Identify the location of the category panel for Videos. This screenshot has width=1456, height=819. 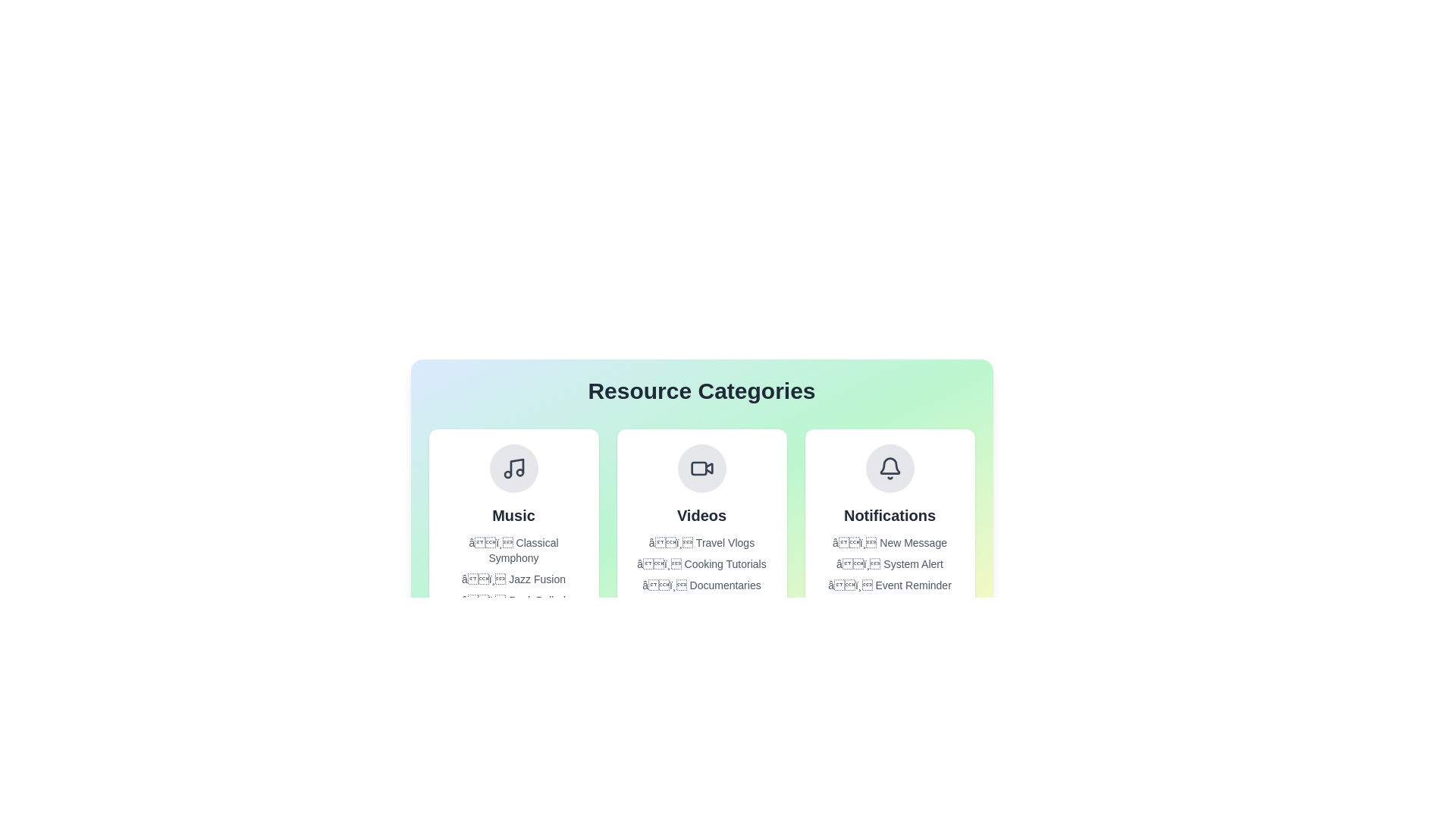
(701, 526).